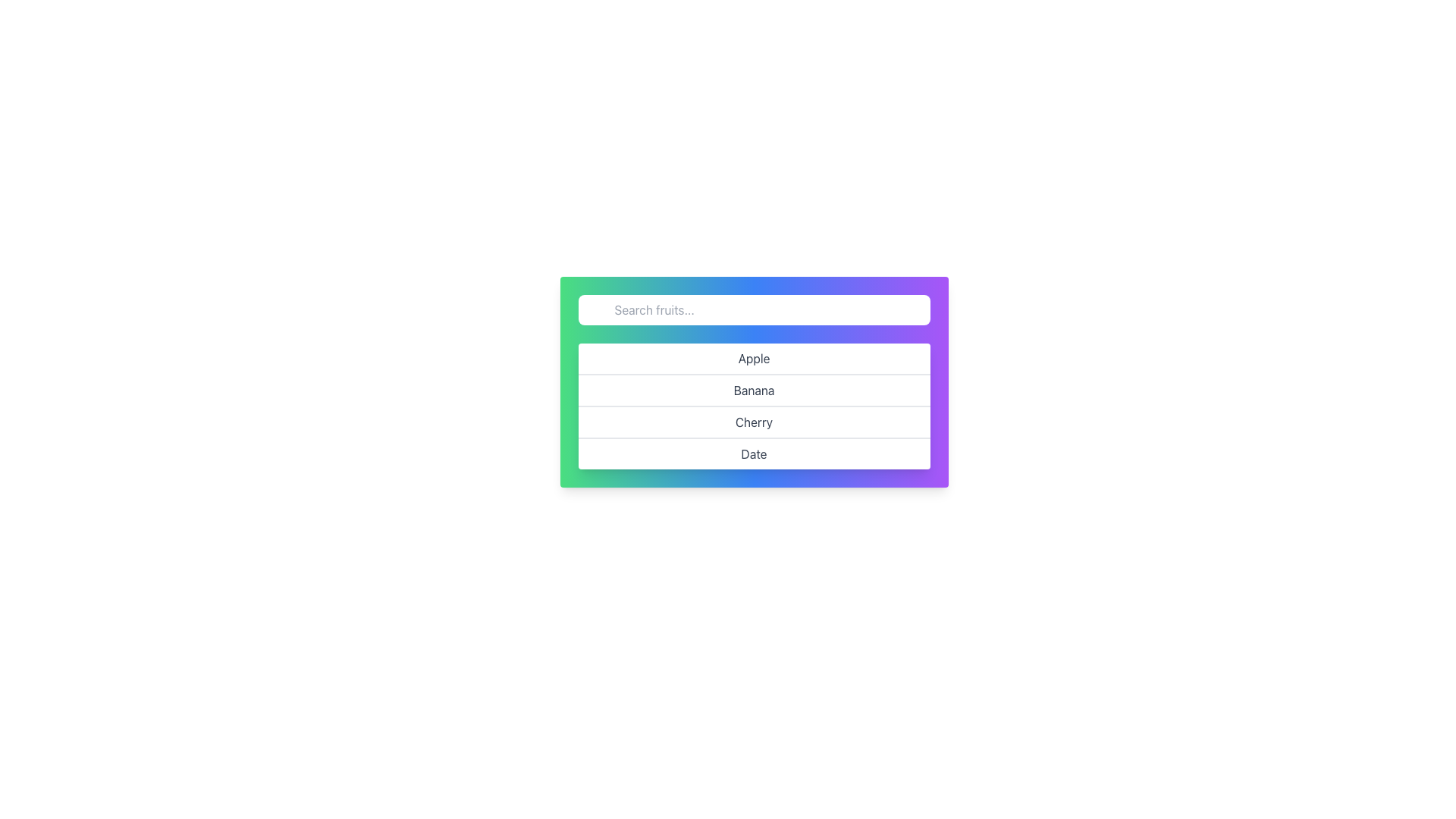 The width and height of the screenshot is (1456, 819). Describe the element at coordinates (754, 388) in the screenshot. I see `the text-based interactive list item displaying 'Banana'` at that location.